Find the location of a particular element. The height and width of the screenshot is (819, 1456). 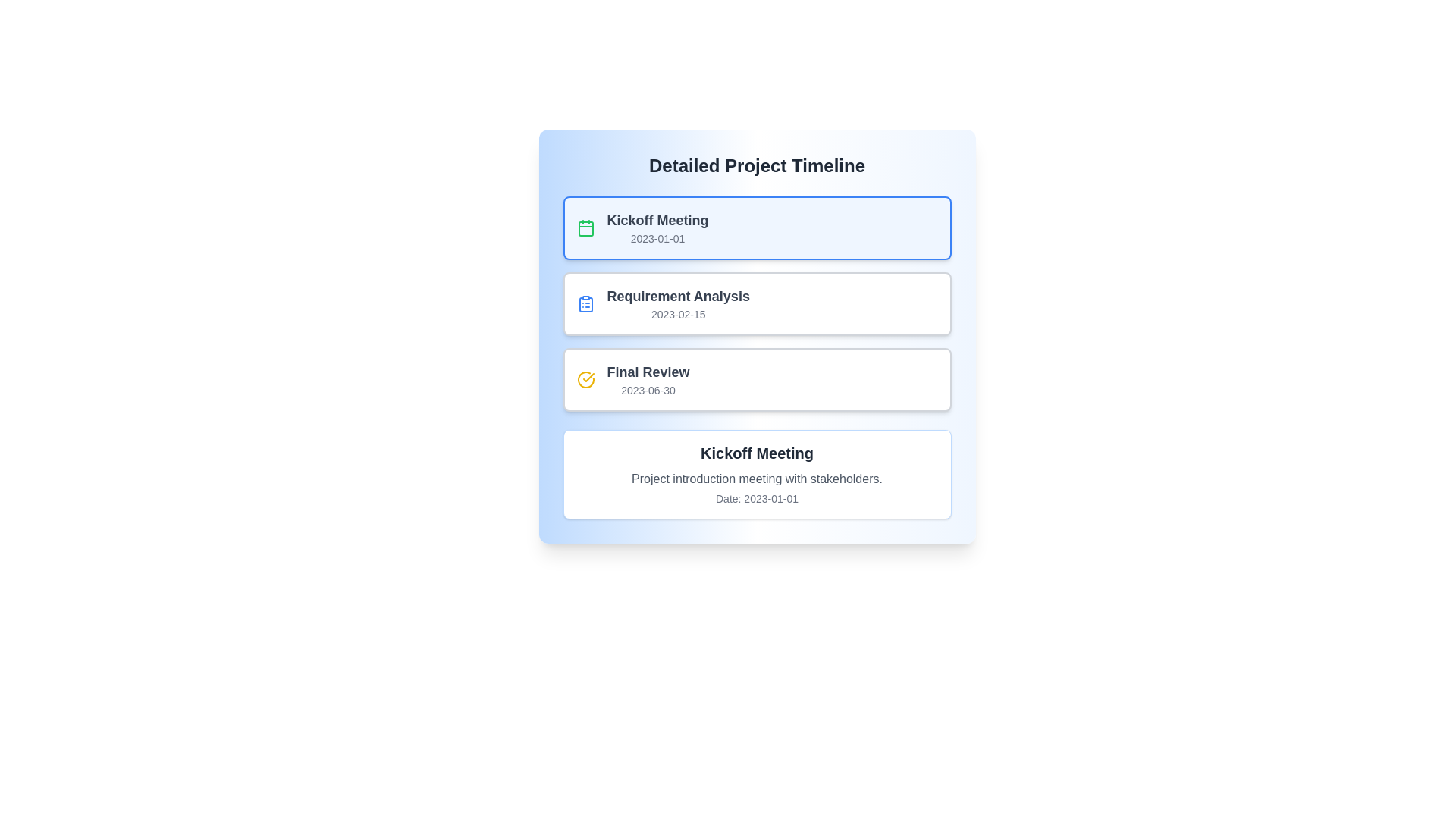

the second card in the vertical list of three cards in the 'Detailed Project Timeline' section is located at coordinates (757, 304).